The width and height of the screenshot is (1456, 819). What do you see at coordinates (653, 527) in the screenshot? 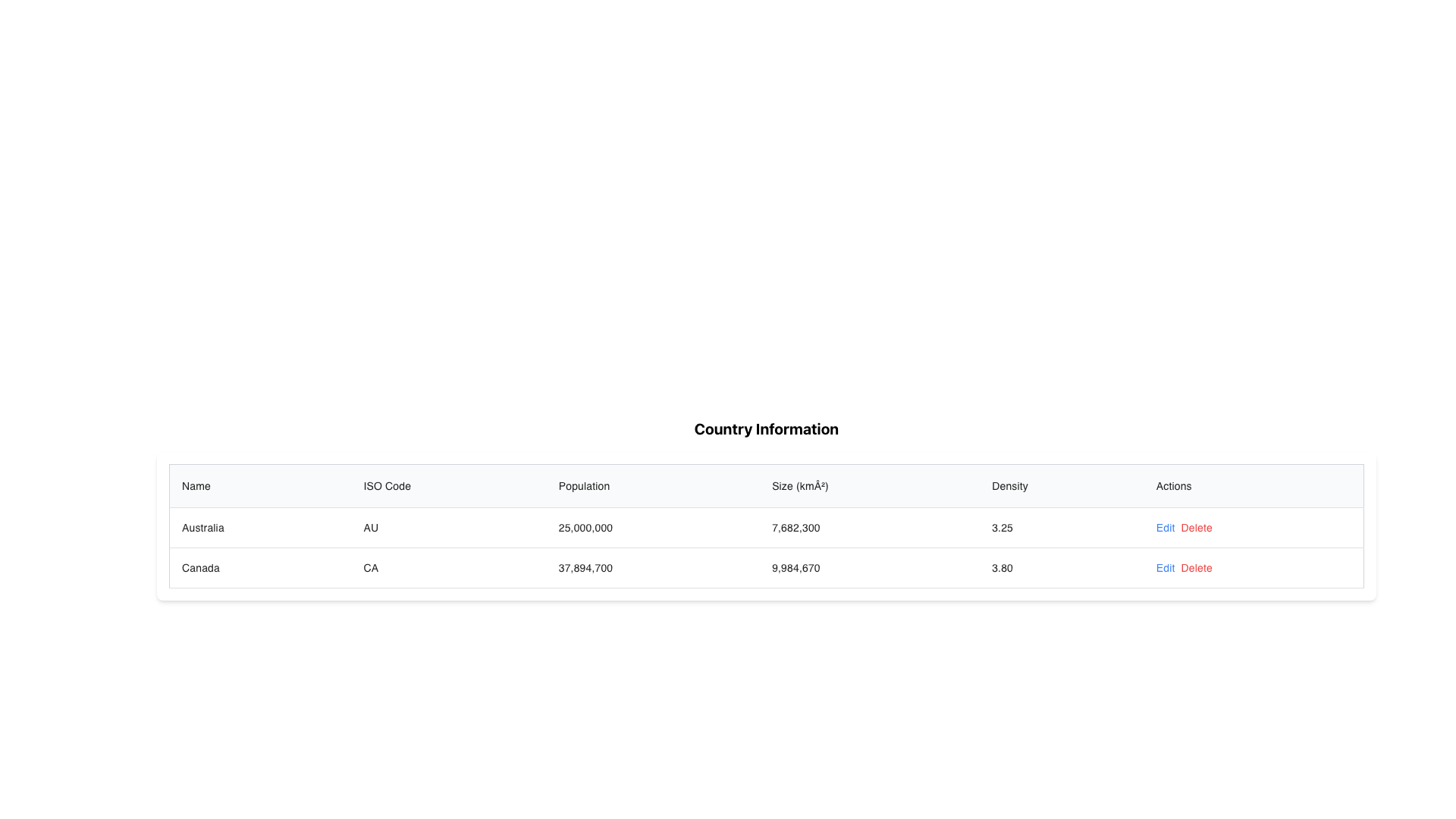
I see `population value for Australia from the third cell in the first row of the table titled 'Country Information'` at bounding box center [653, 527].